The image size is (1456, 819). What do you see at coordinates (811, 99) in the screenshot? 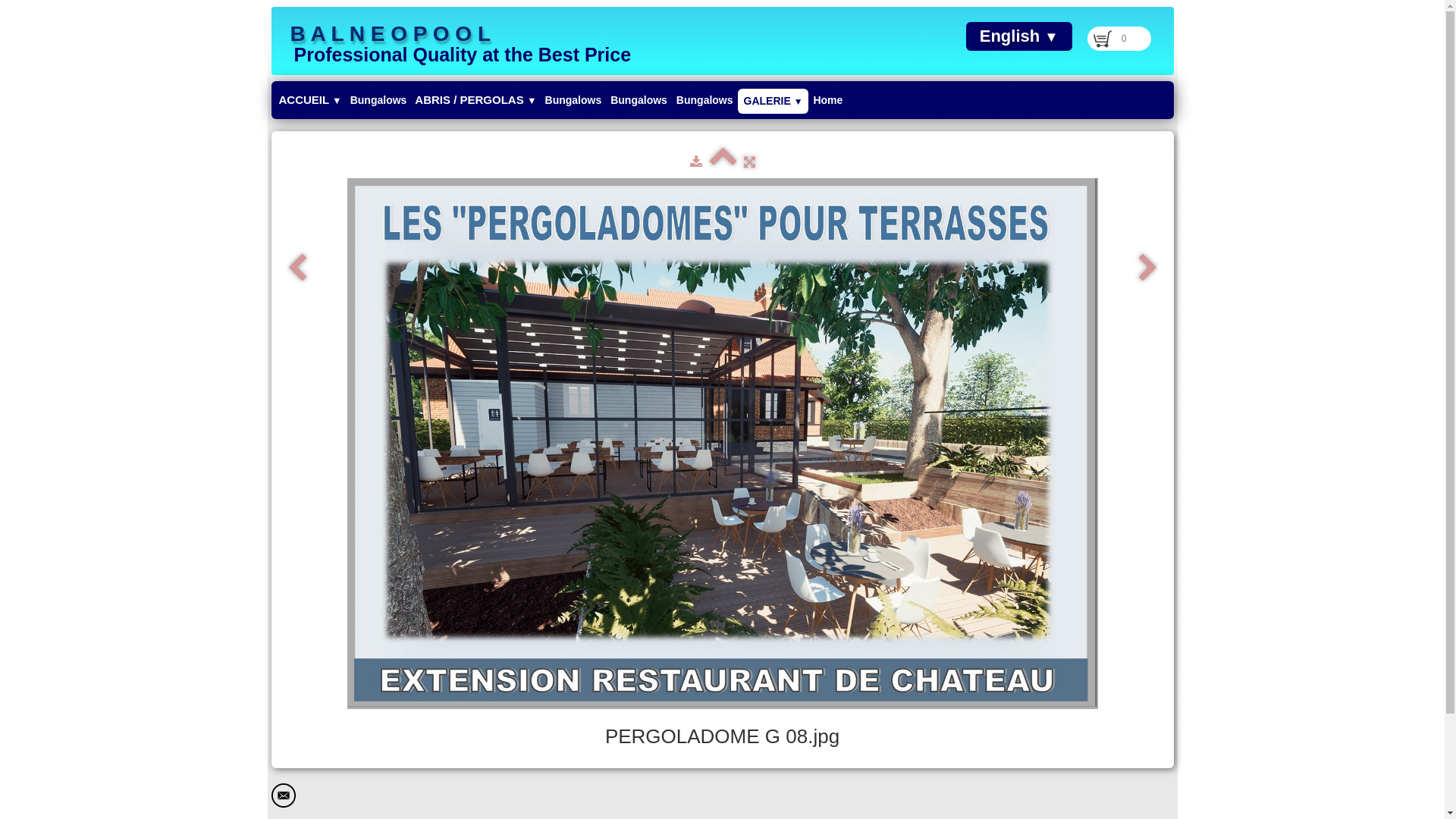
I see `'Home'` at bounding box center [811, 99].